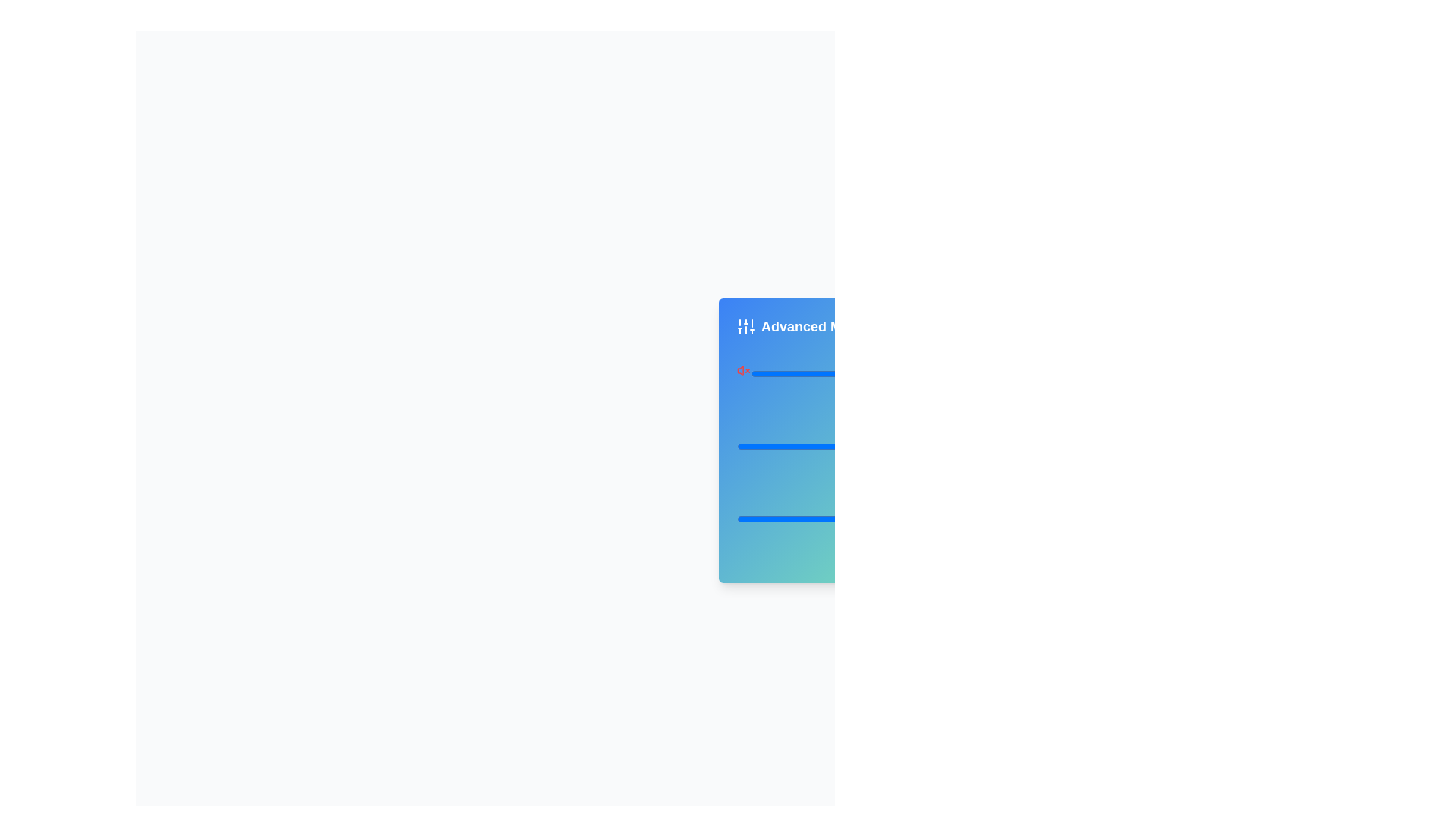 The height and width of the screenshot is (819, 1456). I want to click on the slider, so click(788, 519).